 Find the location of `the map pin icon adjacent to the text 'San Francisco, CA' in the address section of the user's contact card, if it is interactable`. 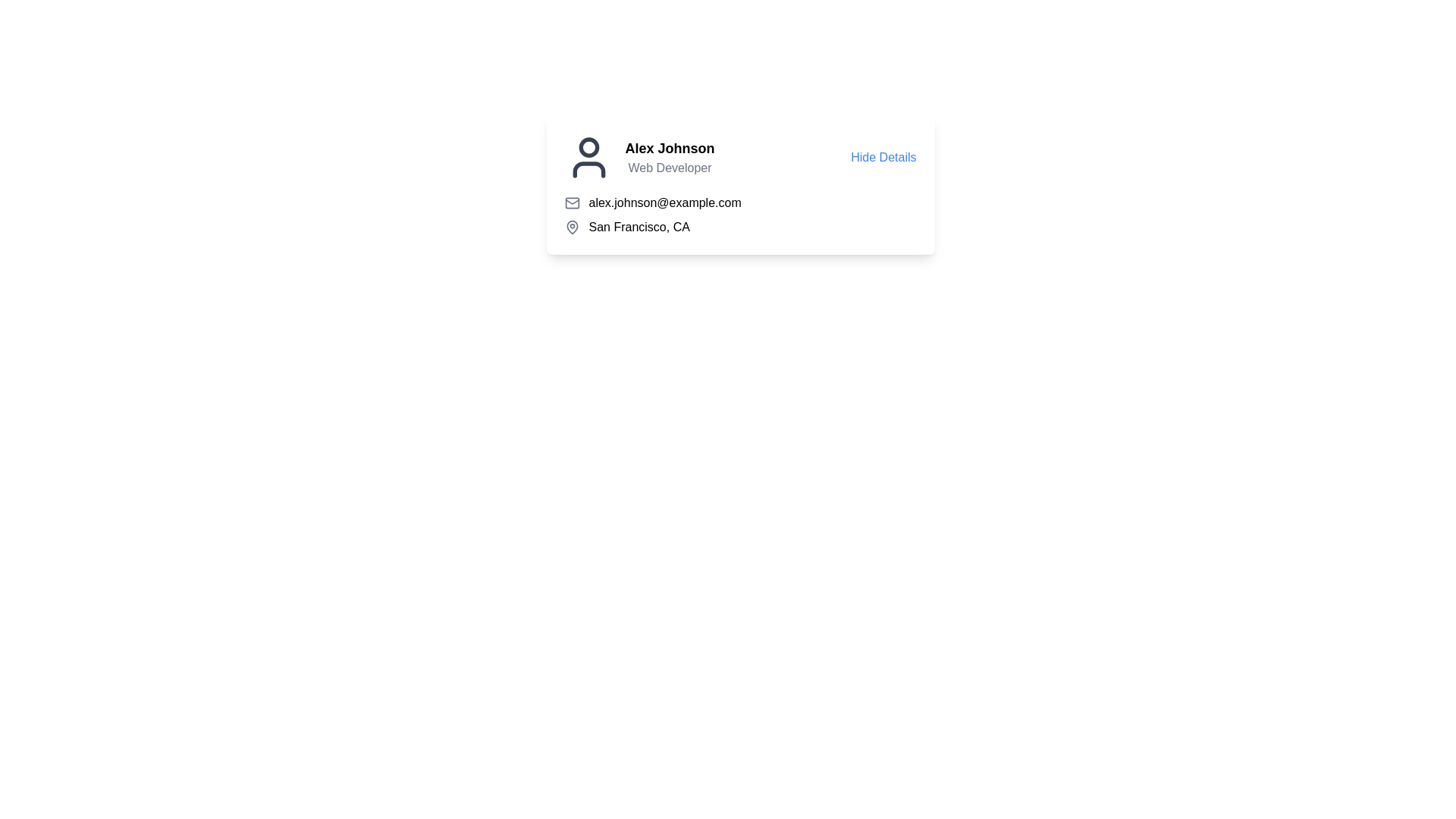

the map pin icon adjacent to the text 'San Francisco, CA' in the address section of the user's contact card, if it is interactable is located at coordinates (571, 227).